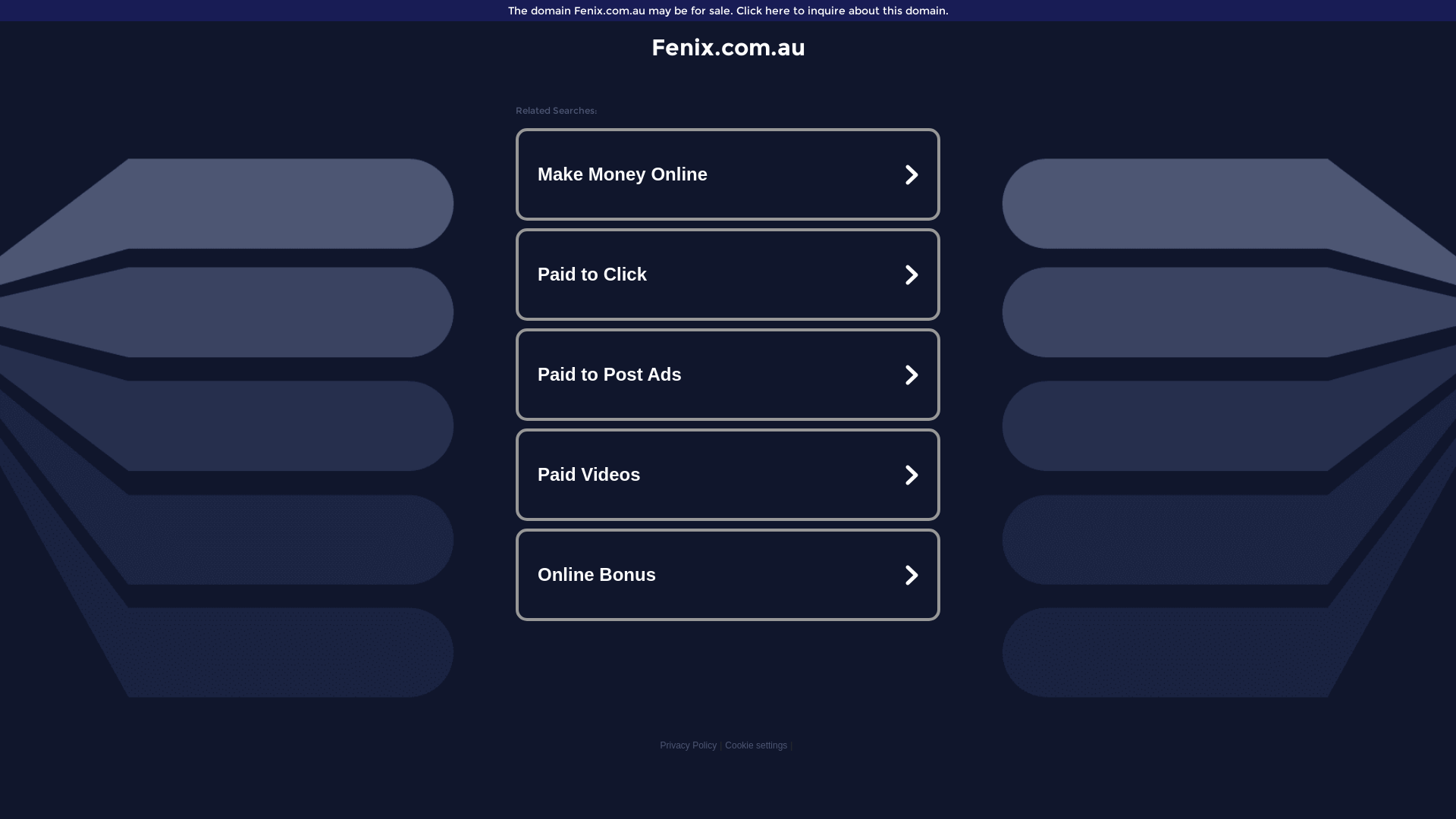 This screenshot has width=1456, height=819. What do you see at coordinates (728, 473) in the screenshot?
I see `'Paid Videos'` at bounding box center [728, 473].